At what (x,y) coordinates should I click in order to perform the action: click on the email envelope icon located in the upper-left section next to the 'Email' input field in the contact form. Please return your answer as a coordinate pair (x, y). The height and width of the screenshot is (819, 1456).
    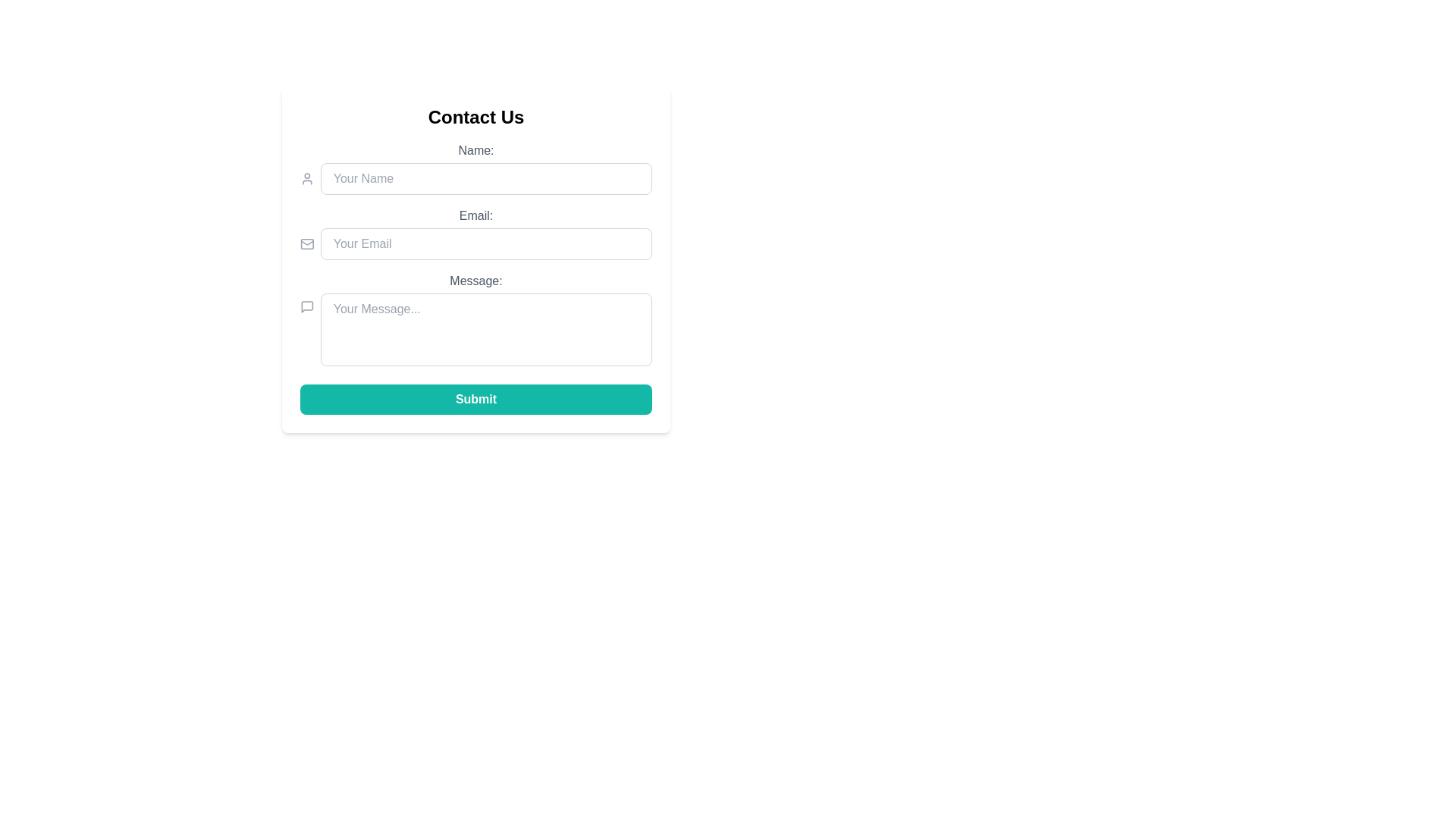
    Looking at the image, I should click on (306, 243).